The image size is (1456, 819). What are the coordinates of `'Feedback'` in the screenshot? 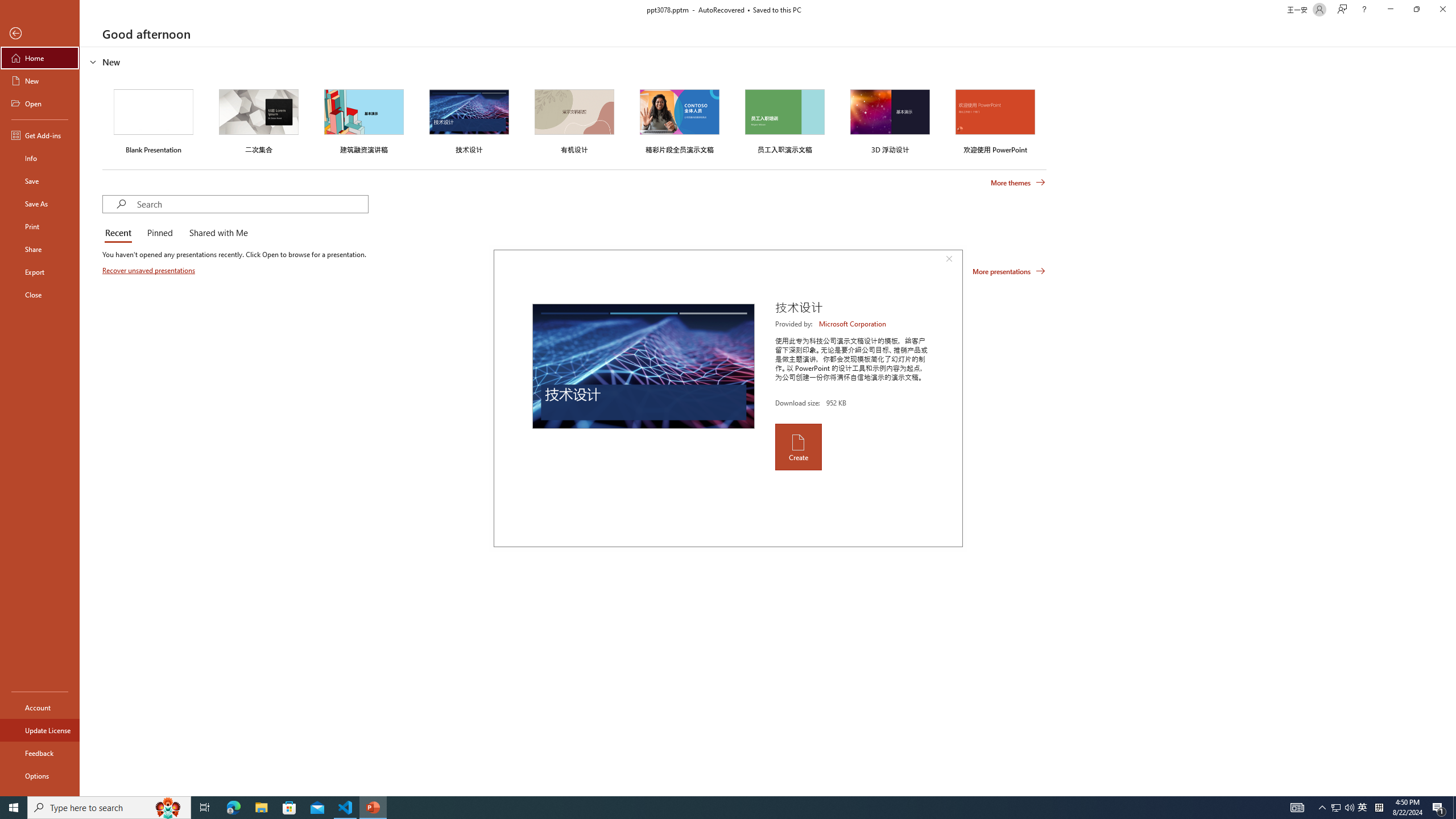 It's located at (39, 753).